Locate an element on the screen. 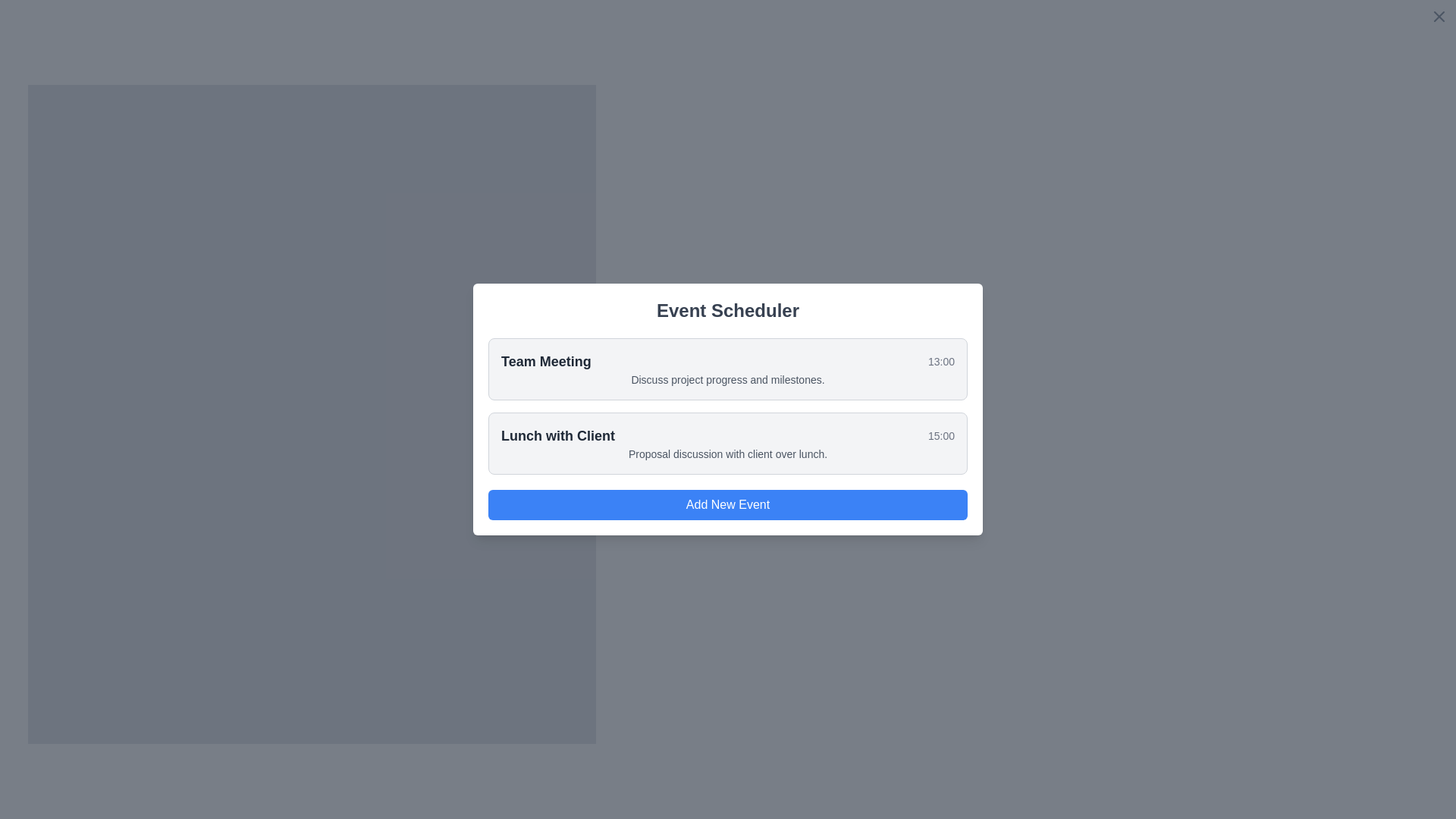 Image resolution: width=1456 pixels, height=819 pixels. the Text label that reads 'Discuss project progress and milestones.', which is located beneath the title 'Team Meeting' in the scheduler interface is located at coordinates (728, 379).